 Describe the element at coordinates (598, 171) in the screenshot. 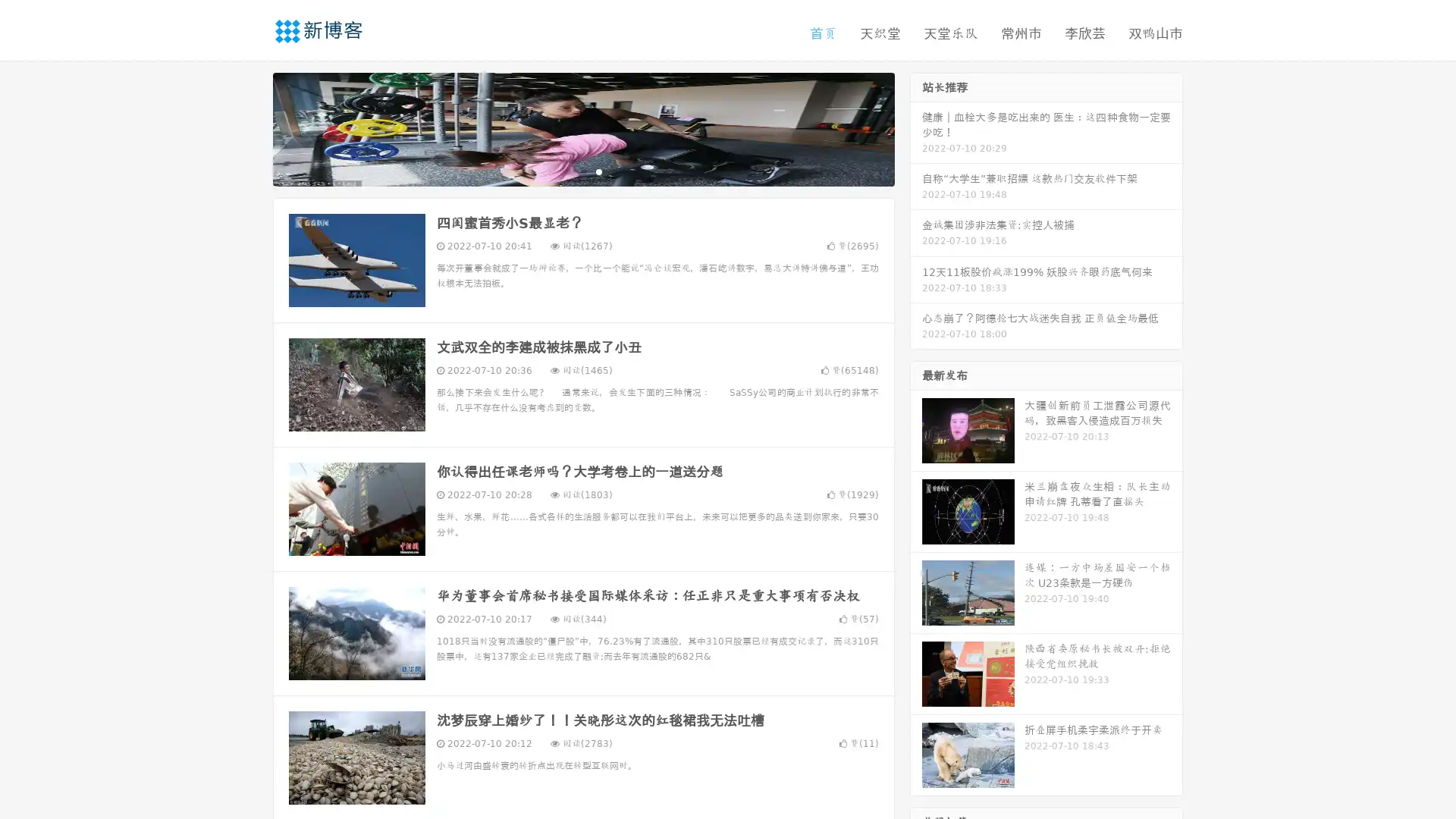

I see `Go to slide 3` at that location.